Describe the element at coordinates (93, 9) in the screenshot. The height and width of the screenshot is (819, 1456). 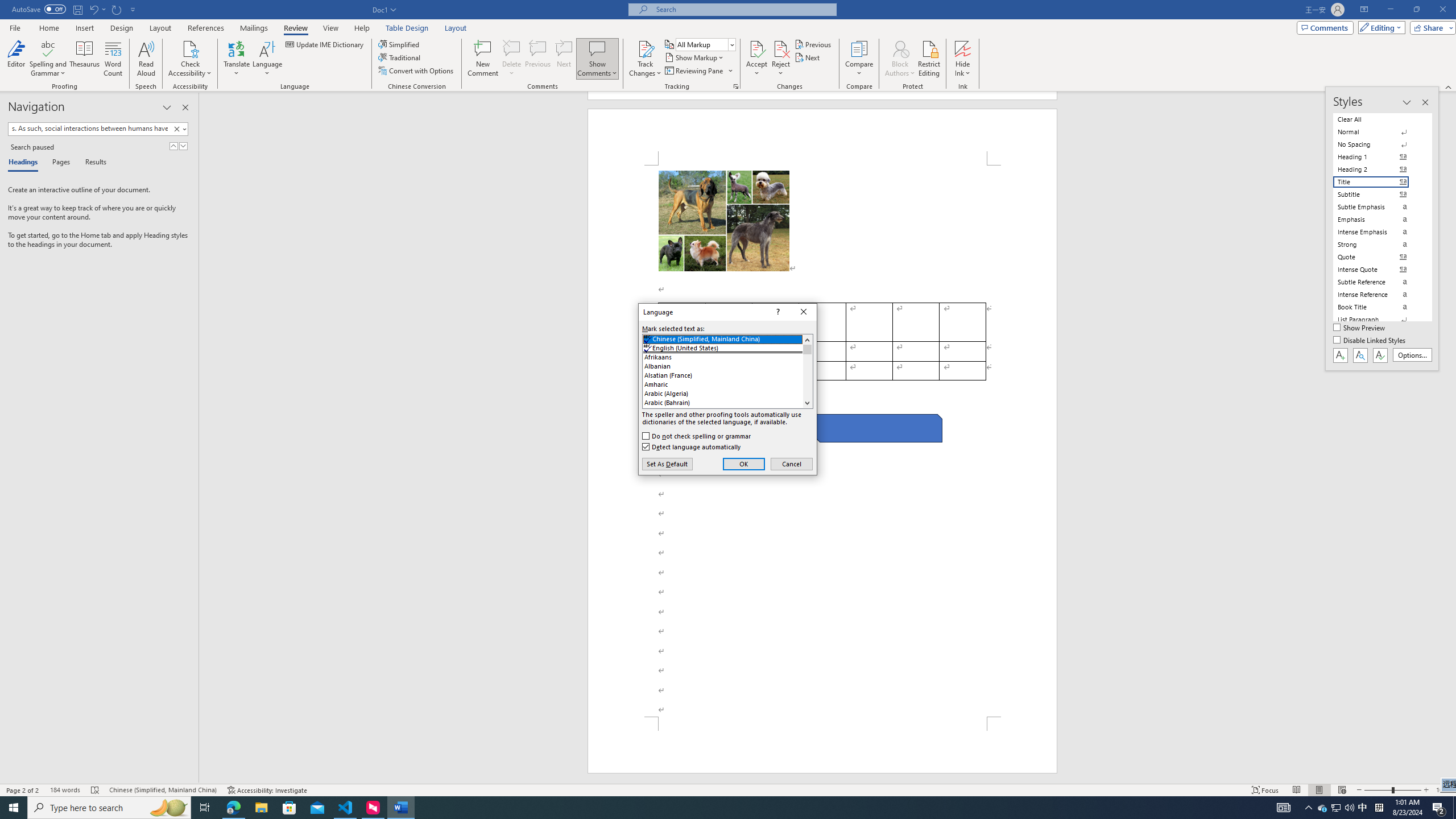
I see `'Undo Style'` at that location.